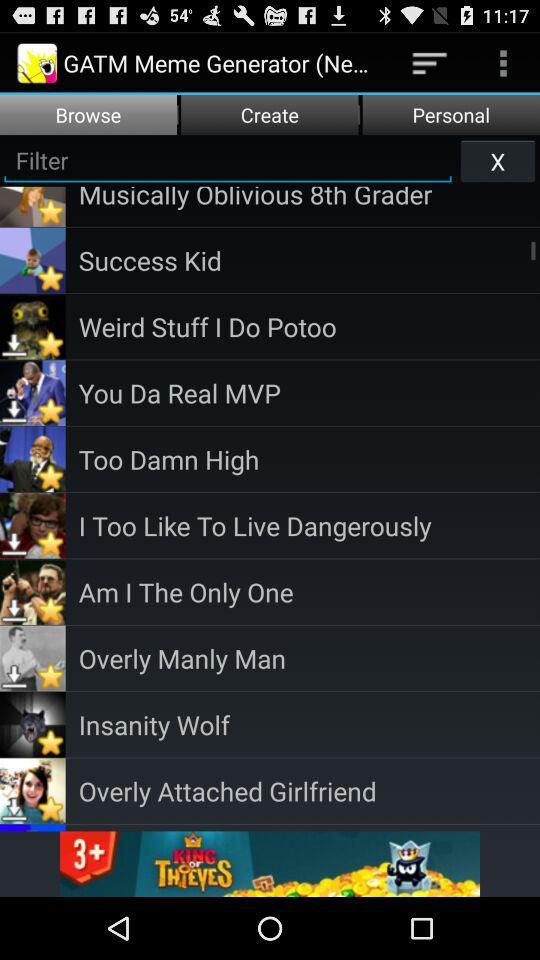 This screenshot has height=960, width=540. What do you see at coordinates (309, 657) in the screenshot?
I see `overly manly man` at bounding box center [309, 657].